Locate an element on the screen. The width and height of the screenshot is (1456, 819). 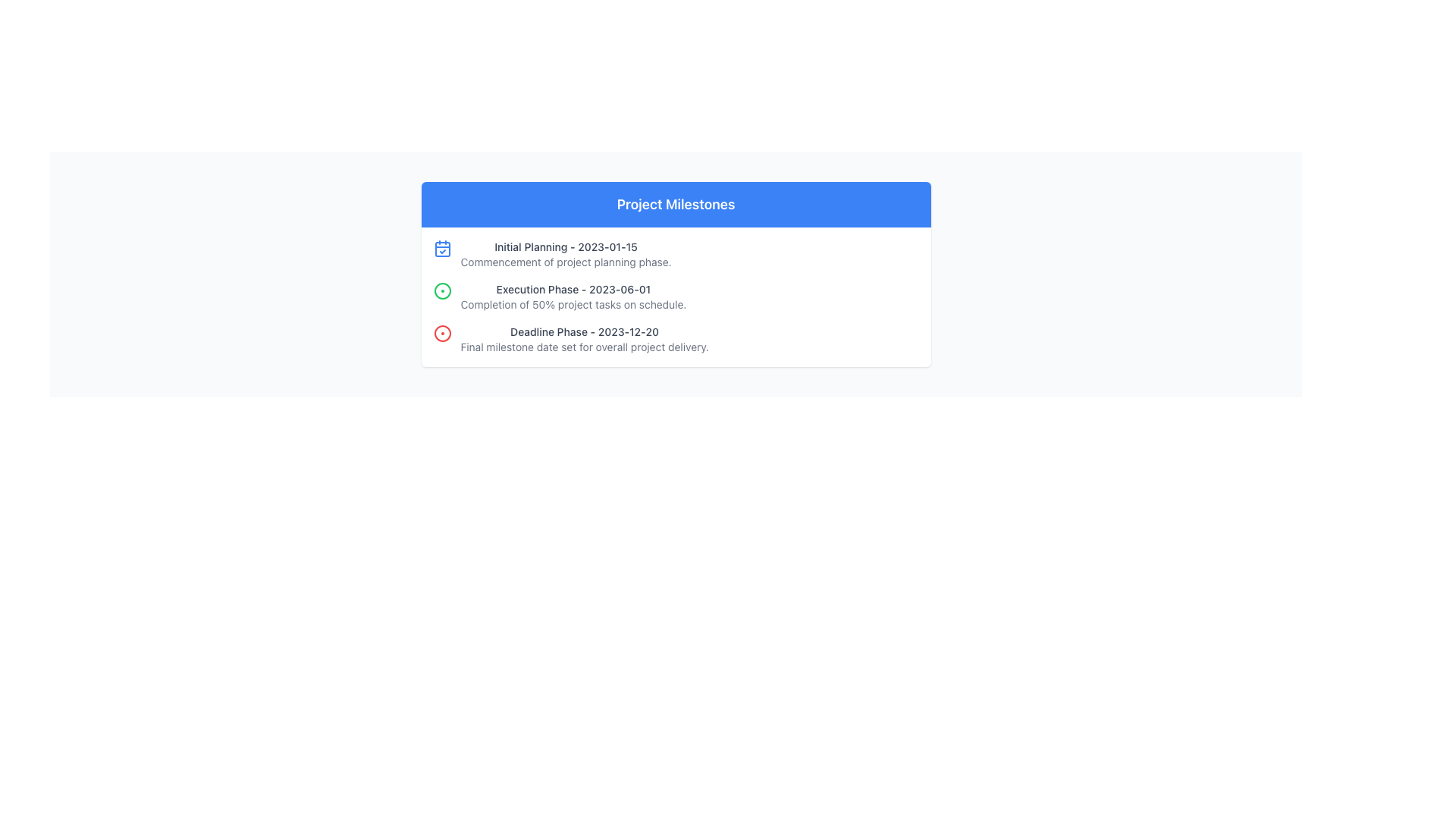
text from the Text Label that displays 'Deadline Phase - 2023-12-20', which is centrally positioned within the 'Project Milestones' section is located at coordinates (584, 331).